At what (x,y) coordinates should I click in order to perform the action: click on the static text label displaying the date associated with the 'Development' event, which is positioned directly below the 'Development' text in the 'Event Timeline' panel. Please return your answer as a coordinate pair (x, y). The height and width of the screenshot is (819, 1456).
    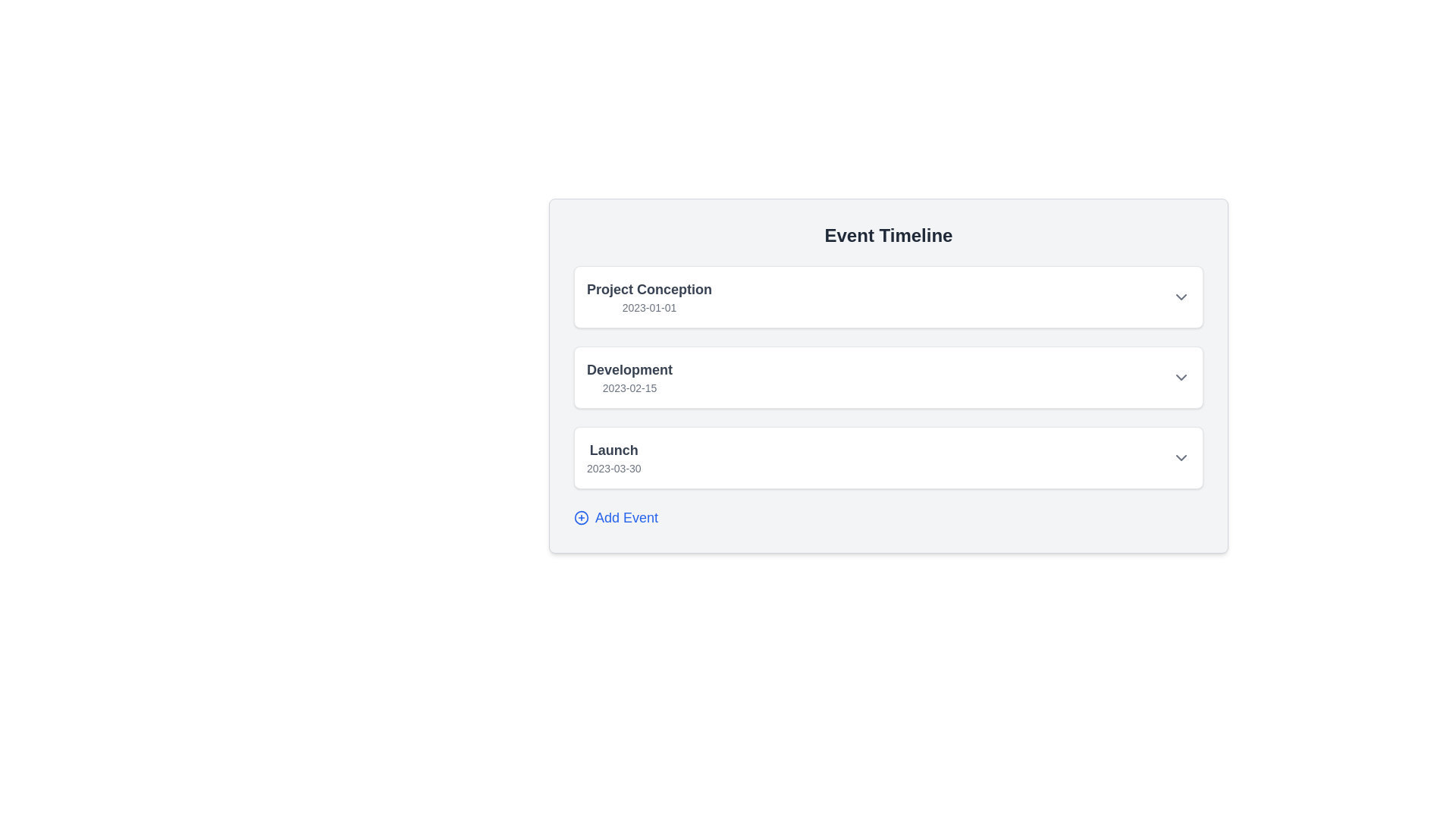
    Looking at the image, I should click on (629, 388).